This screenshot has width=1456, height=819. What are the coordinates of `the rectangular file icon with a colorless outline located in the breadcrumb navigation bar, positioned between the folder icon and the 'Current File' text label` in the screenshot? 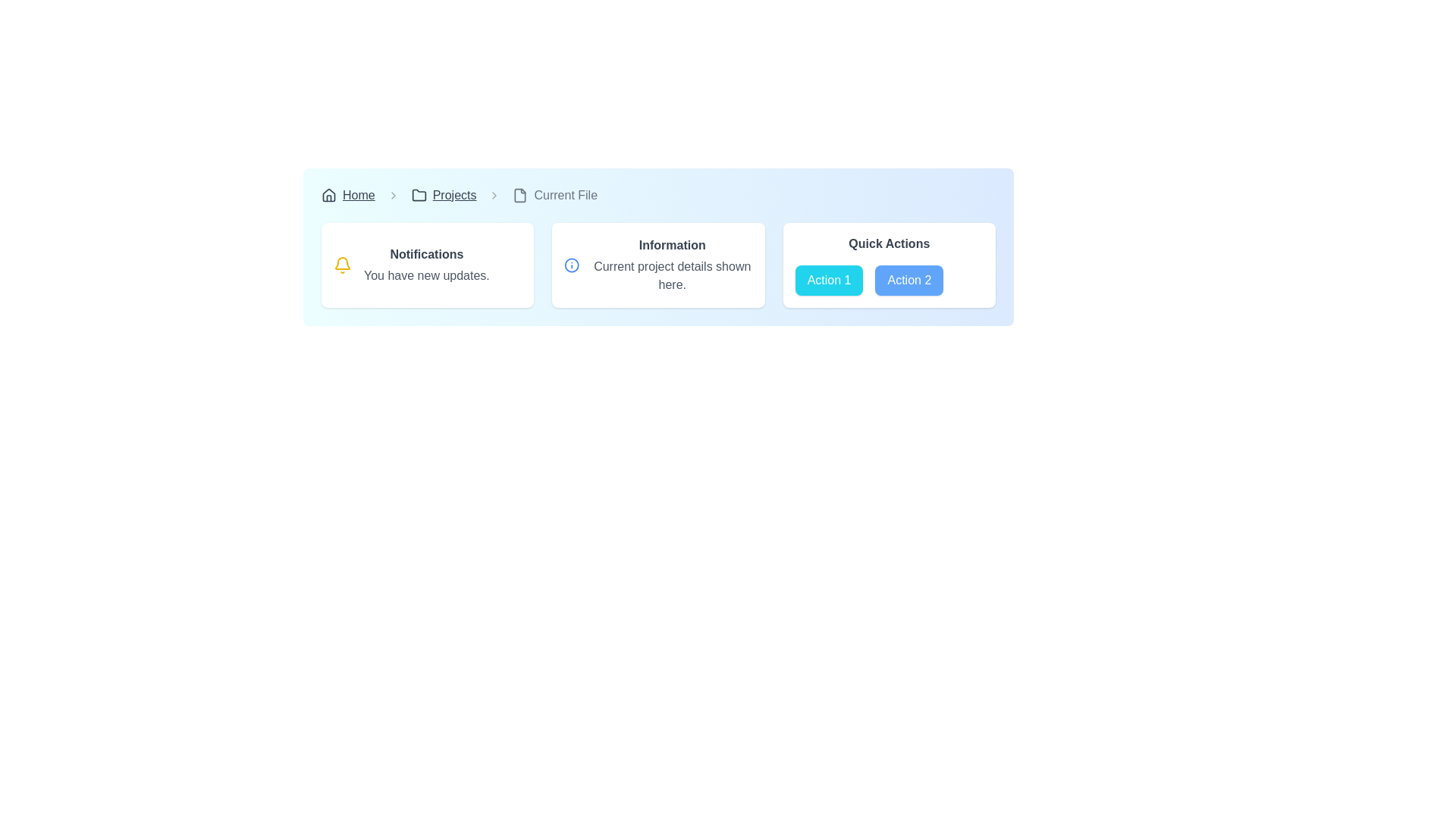 It's located at (520, 195).